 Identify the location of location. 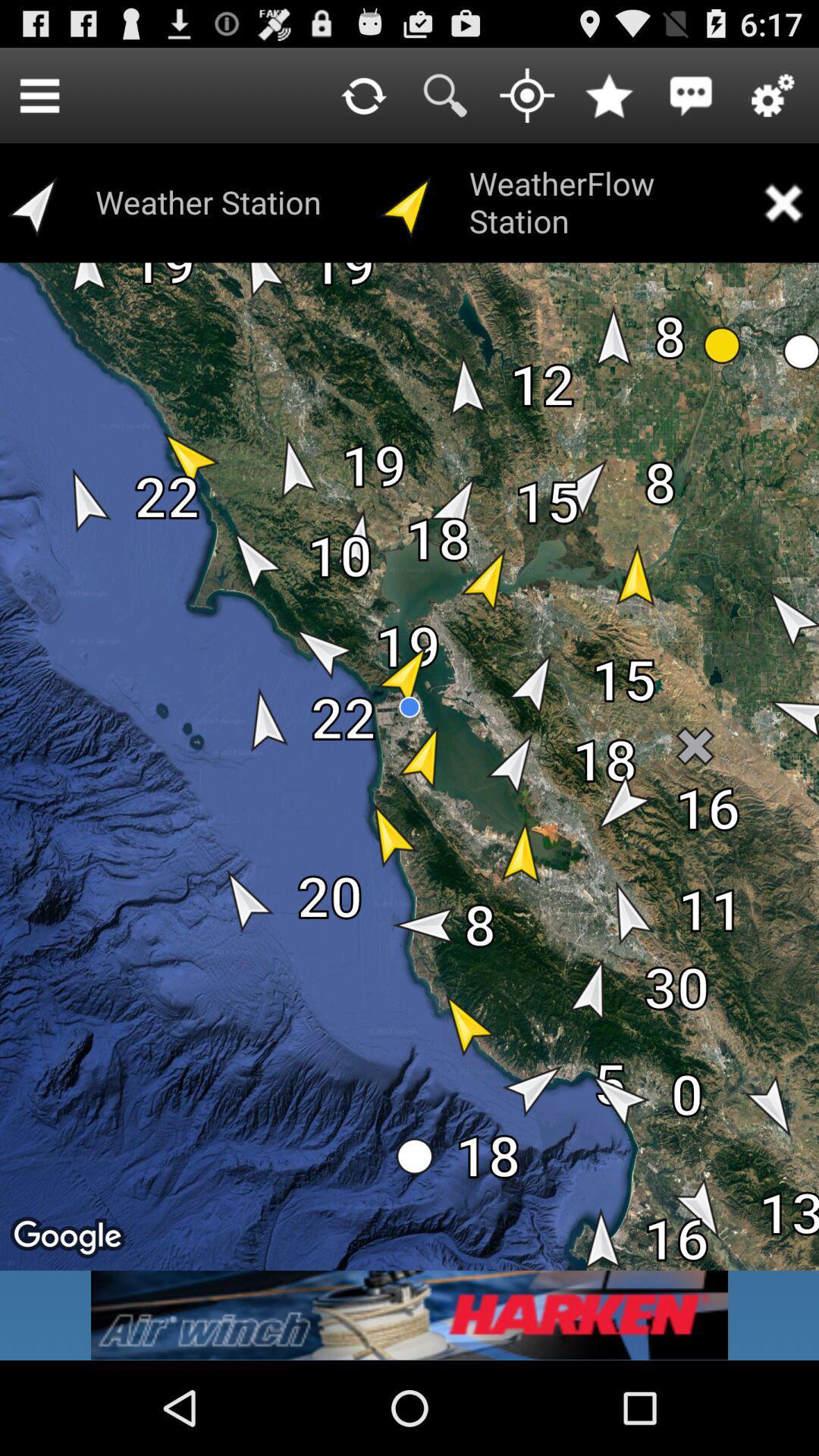
(526, 94).